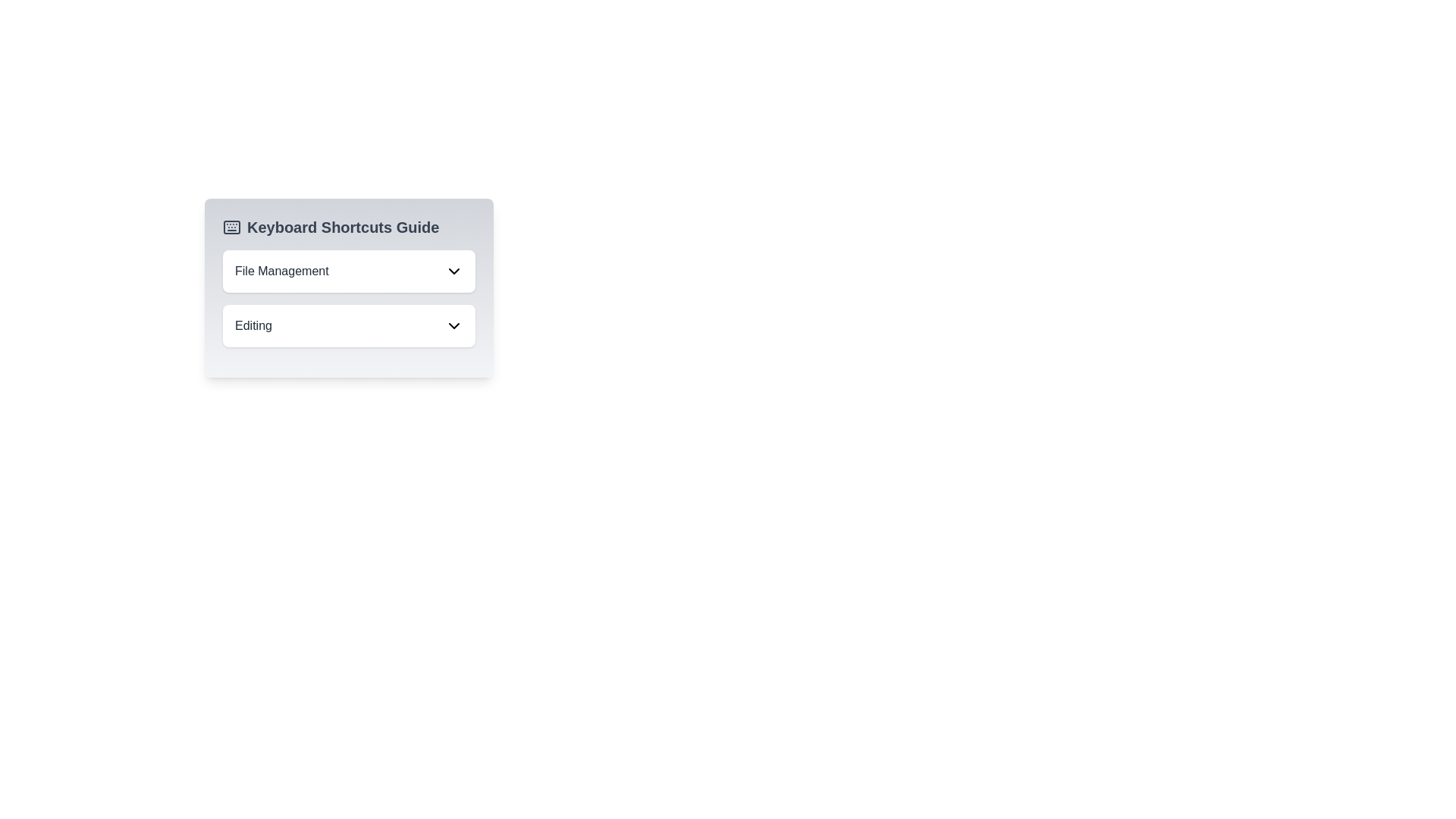 Image resolution: width=1456 pixels, height=819 pixels. I want to click on the downward-facing chevron icon next to 'File Management', so click(453, 271).